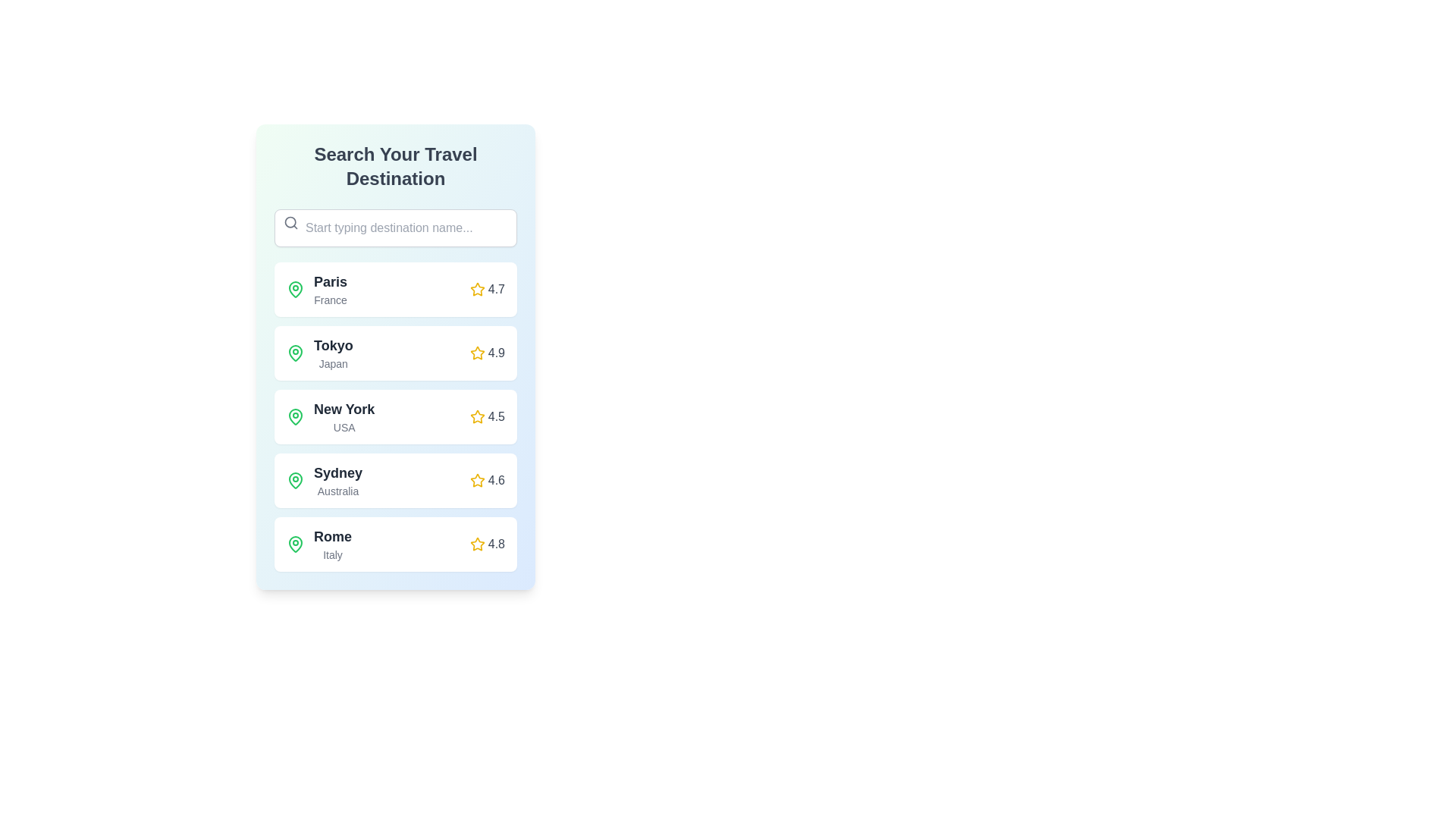  What do you see at coordinates (487, 289) in the screenshot?
I see `the rating indicator for the travel destination 'Paris, France', which consists of a star icon and a numeric value, located on the right-hand side of the list item` at bounding box center [487, 289].